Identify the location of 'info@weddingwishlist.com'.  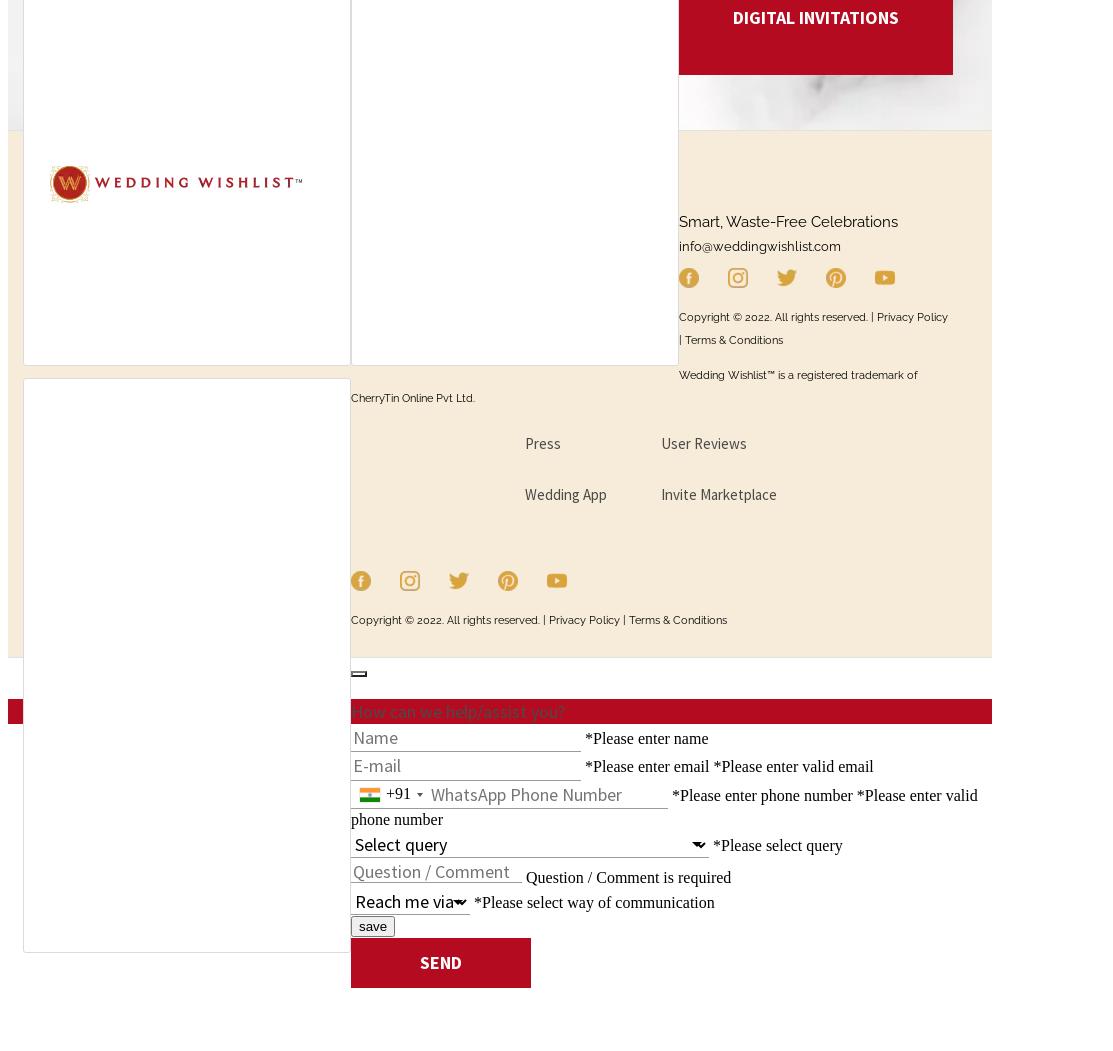
(758, 245).